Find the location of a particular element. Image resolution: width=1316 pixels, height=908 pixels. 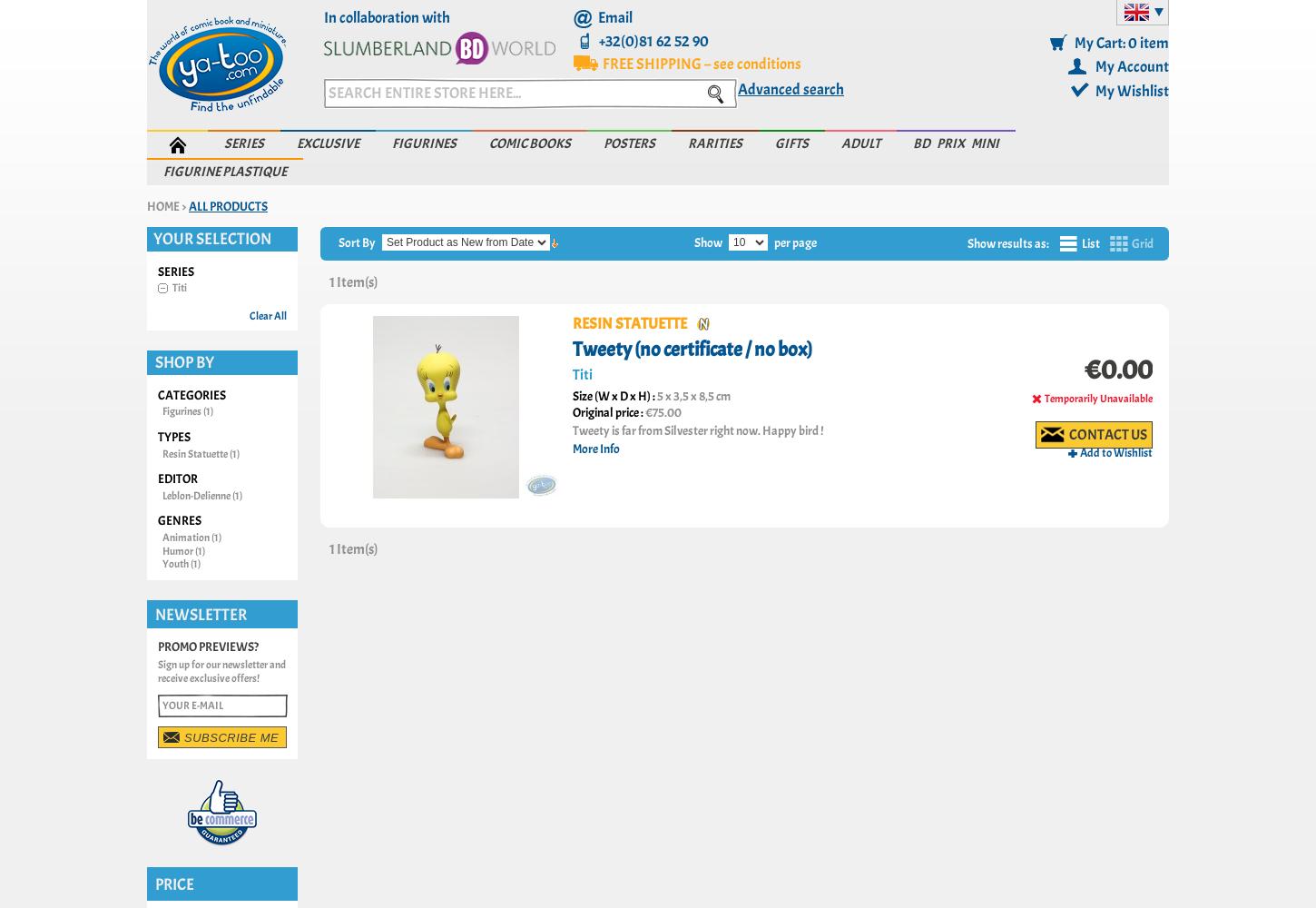

'Rarities' is located at coordinates (714, 143).